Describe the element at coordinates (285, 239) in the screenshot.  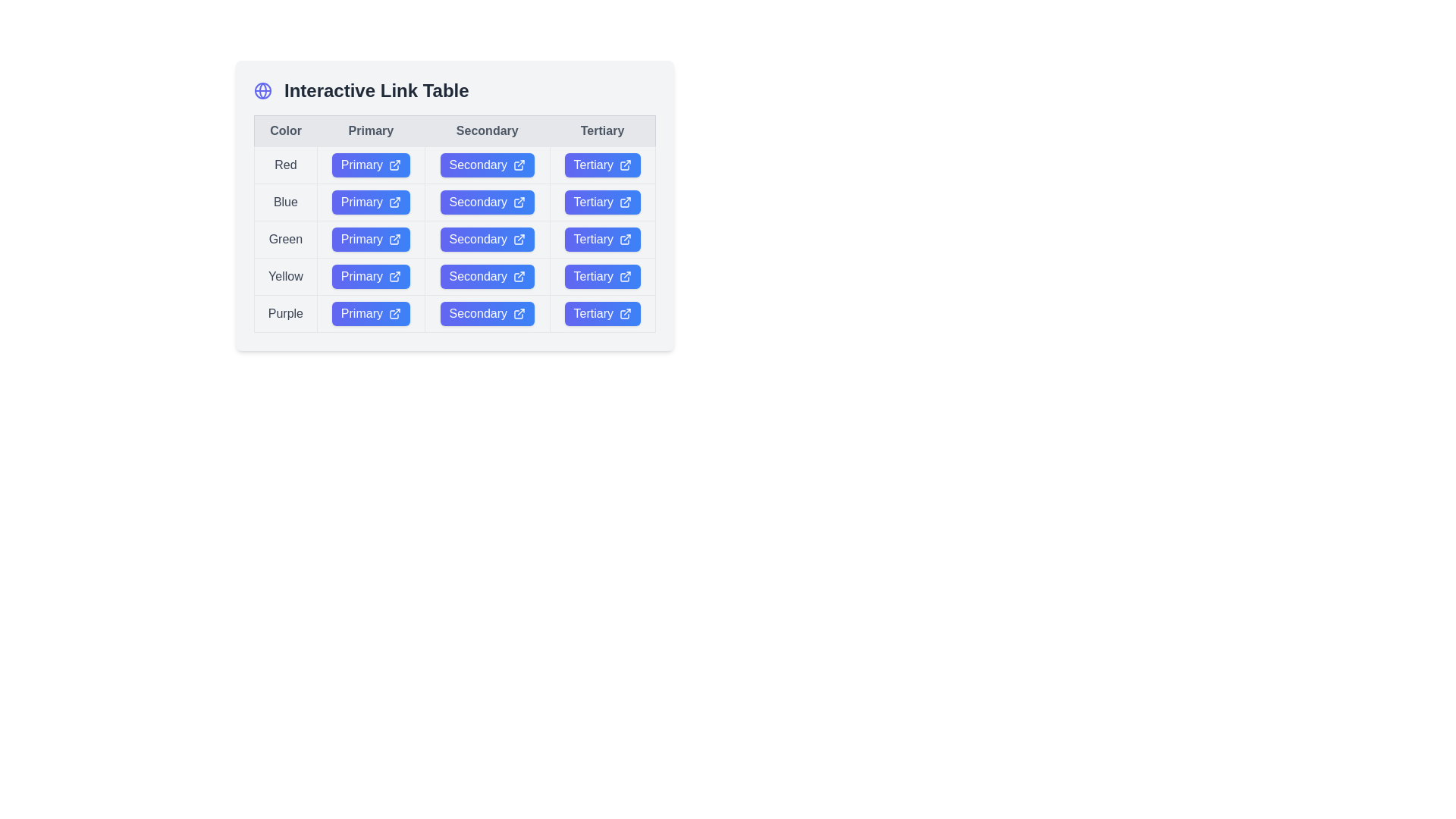
I see `the text label reading 'Green' located in the third row under the 'Color' column of the table layout` at that location.